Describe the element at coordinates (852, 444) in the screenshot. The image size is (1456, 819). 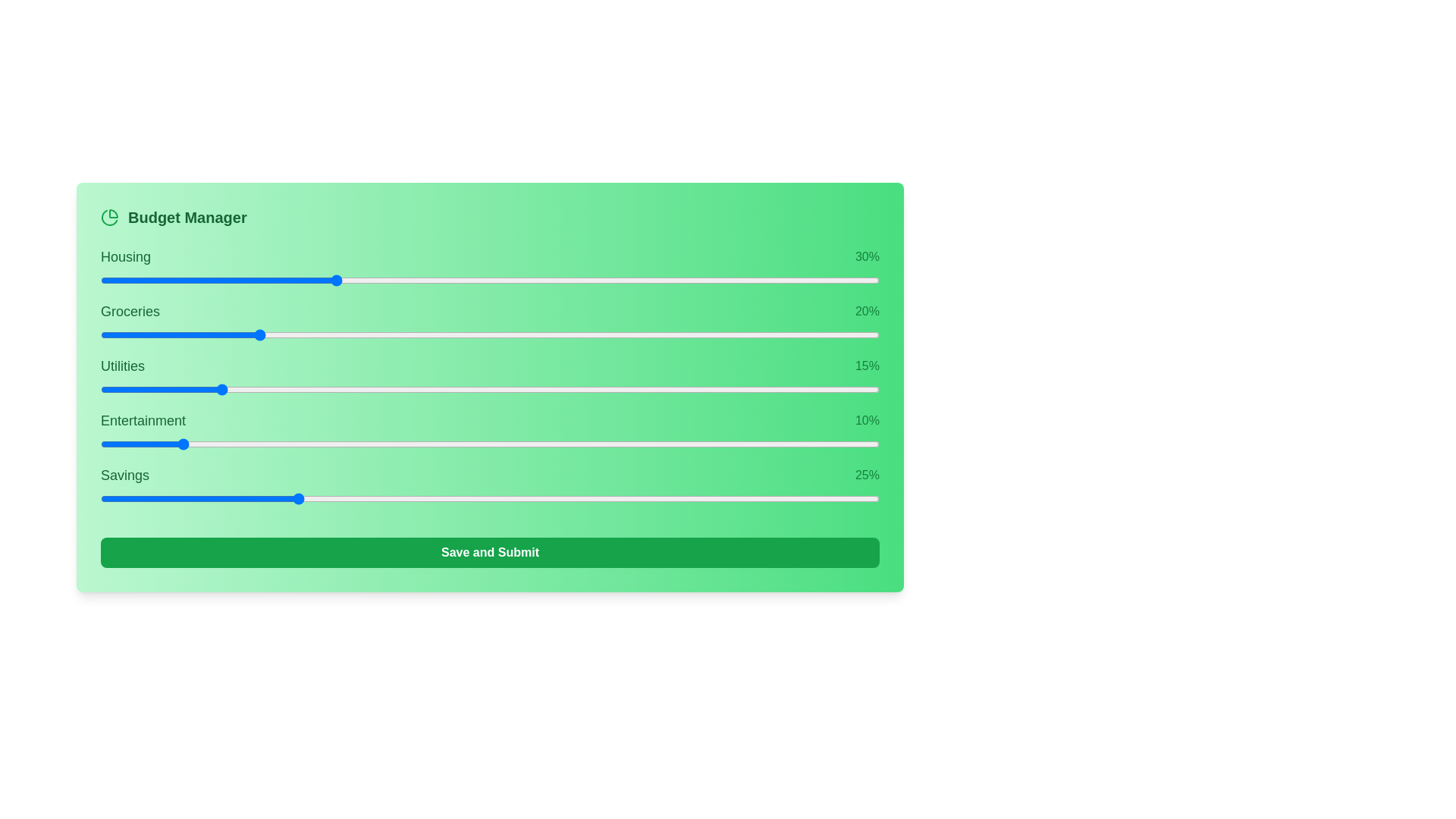
I see `the slider for 3 to 93% allocation` at that location.